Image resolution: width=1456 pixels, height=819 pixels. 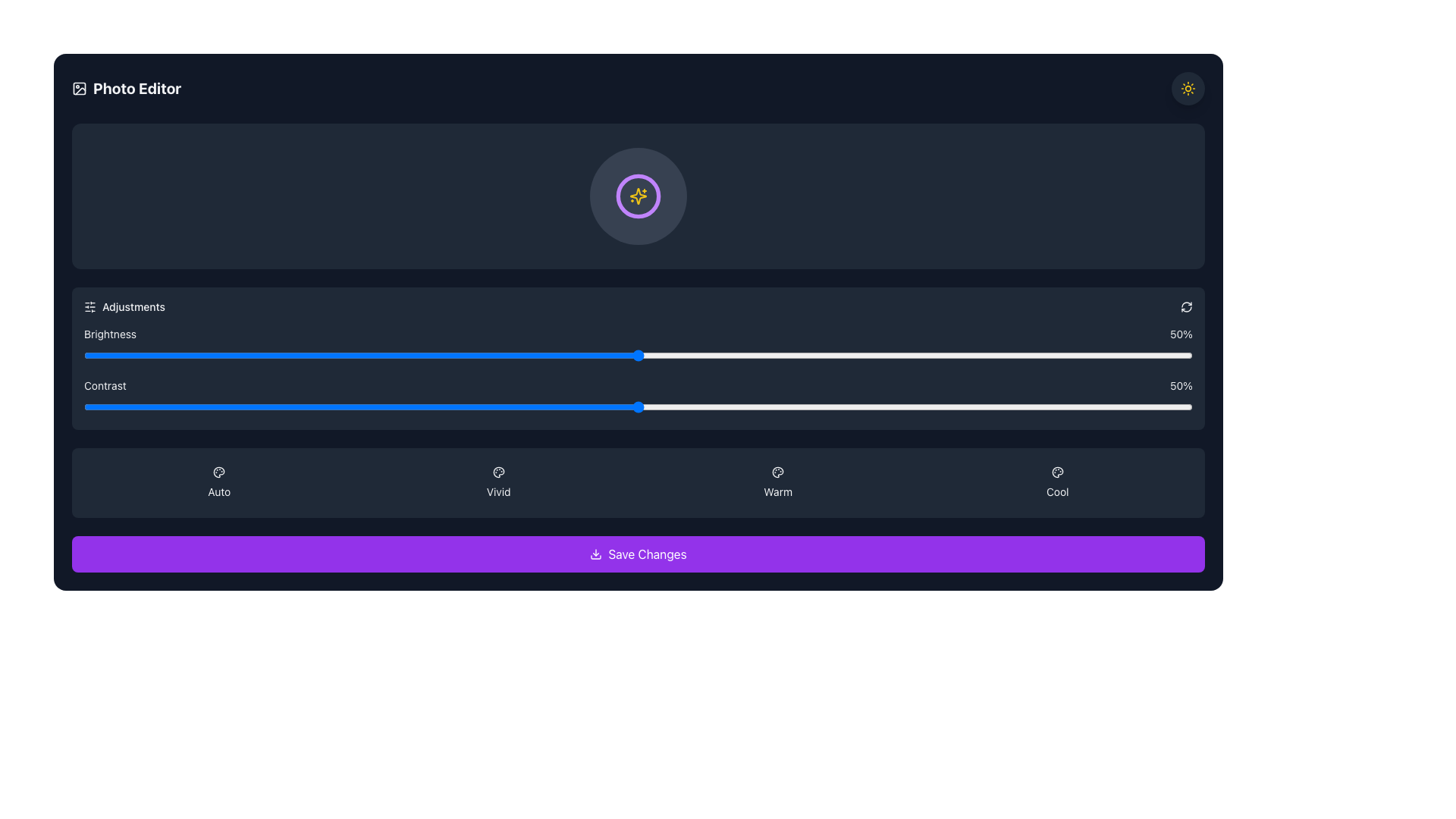 What do you see at coordinates (937, 356) in the screenshot?
I see `contrast` at bounding box center [937, 356].